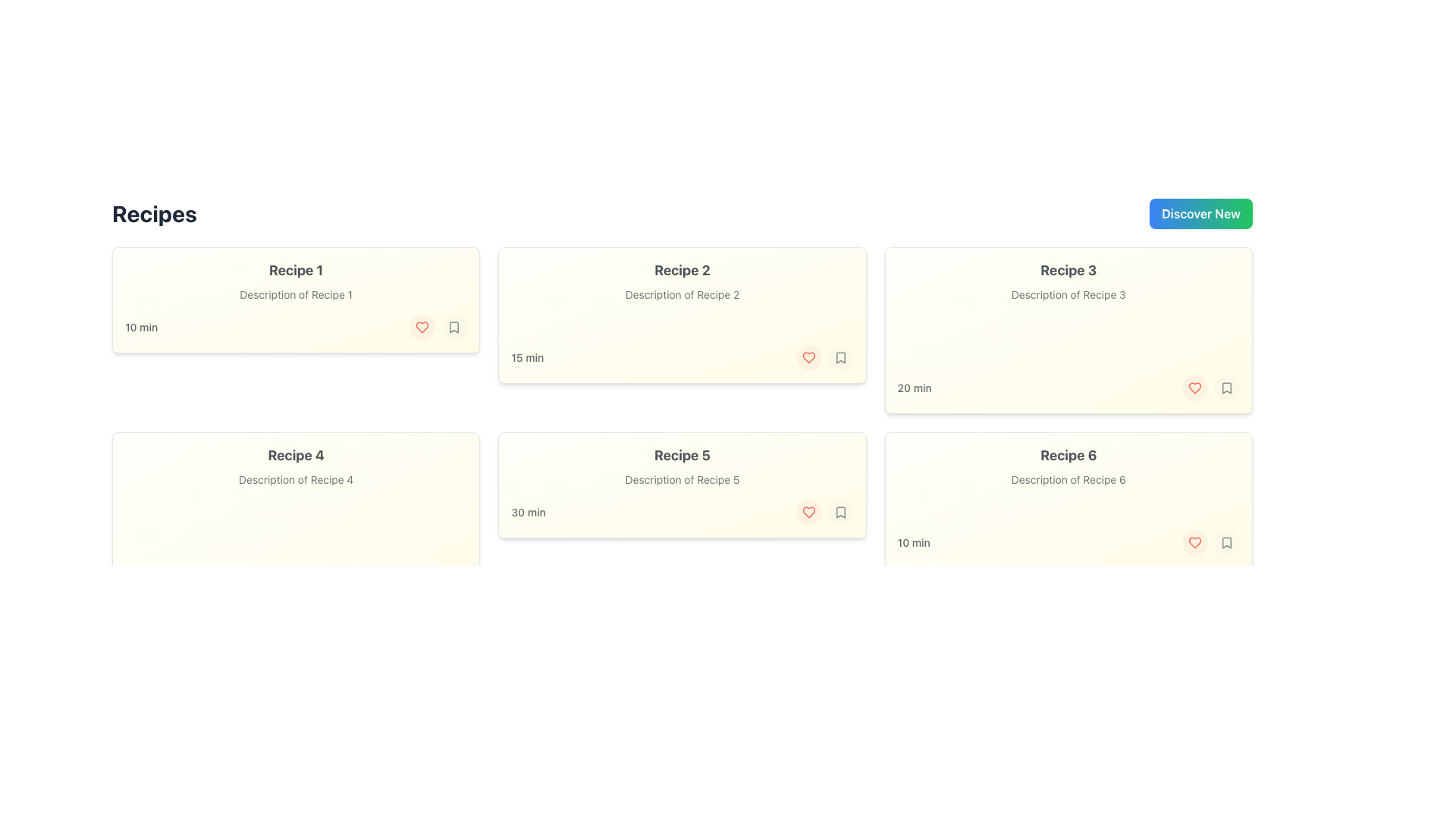  I want to click on the label element located at the top center of the card in the second row and first column of the grid layout, which serves as the title or identifier for the card, so click(296, 455).